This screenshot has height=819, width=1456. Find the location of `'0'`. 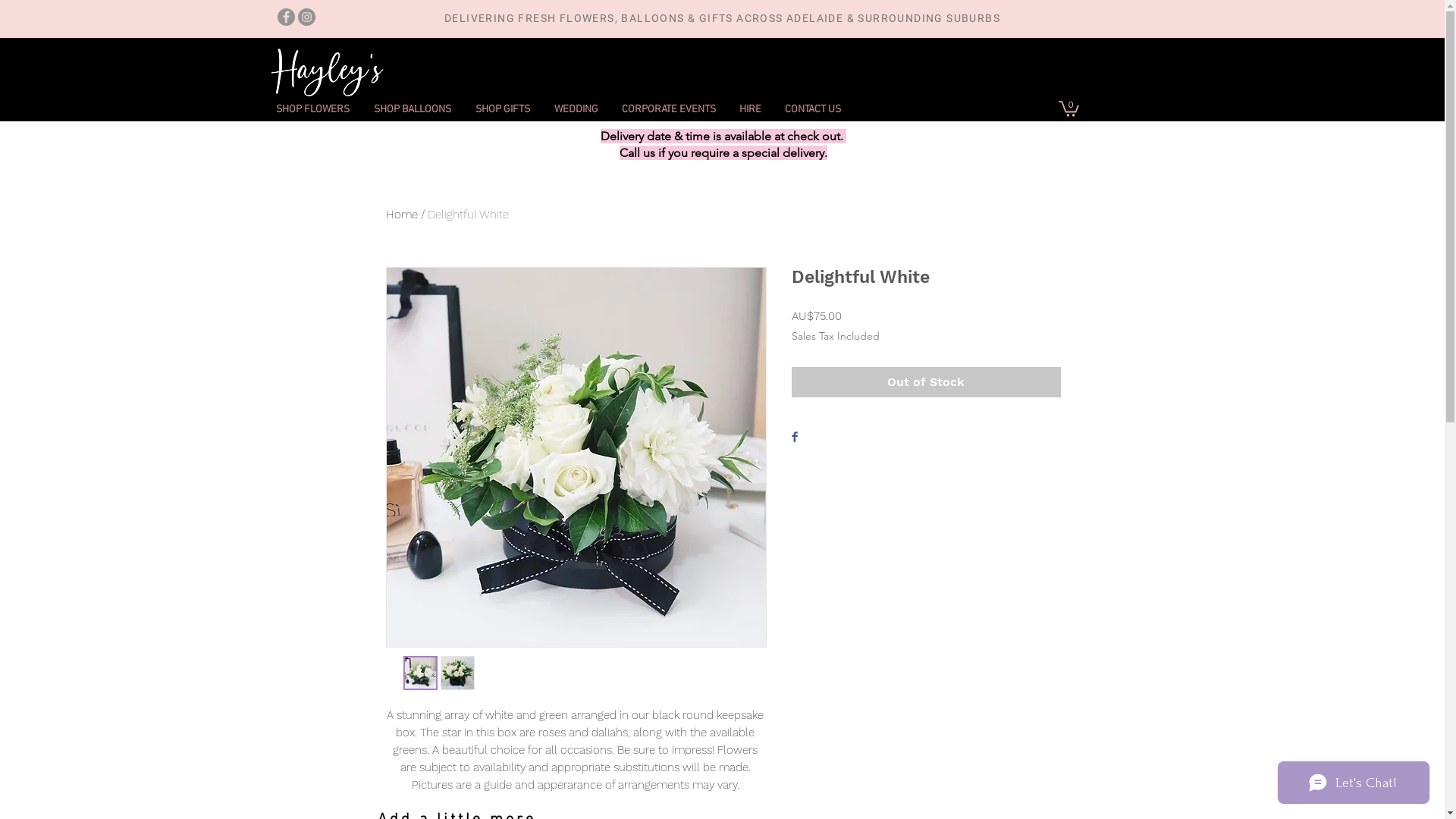

'0' is located at coordinates (1068, 107).